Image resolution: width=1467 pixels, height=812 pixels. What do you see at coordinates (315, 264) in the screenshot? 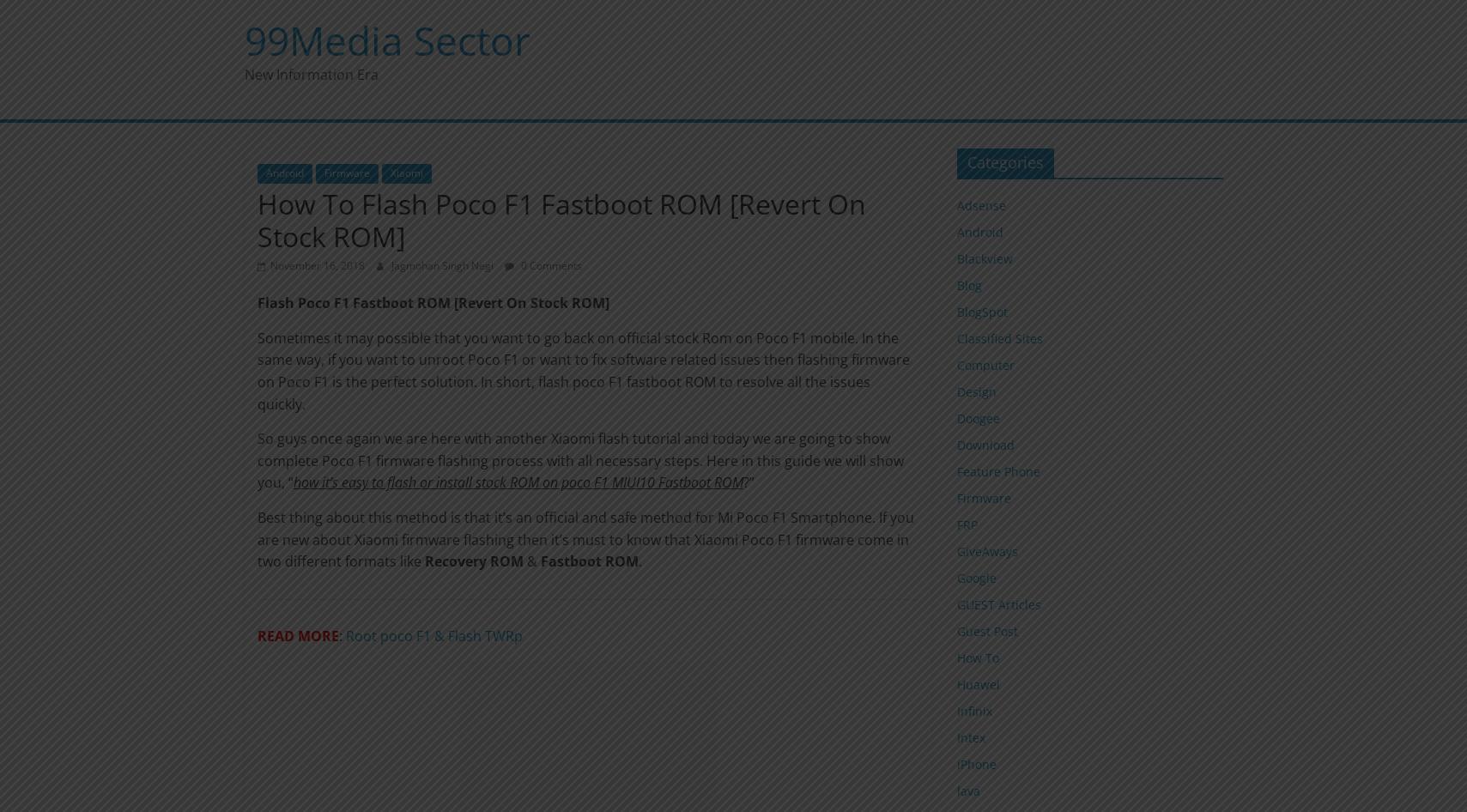
I see `'November 16, 2018'` at bounding box center [315, 264].